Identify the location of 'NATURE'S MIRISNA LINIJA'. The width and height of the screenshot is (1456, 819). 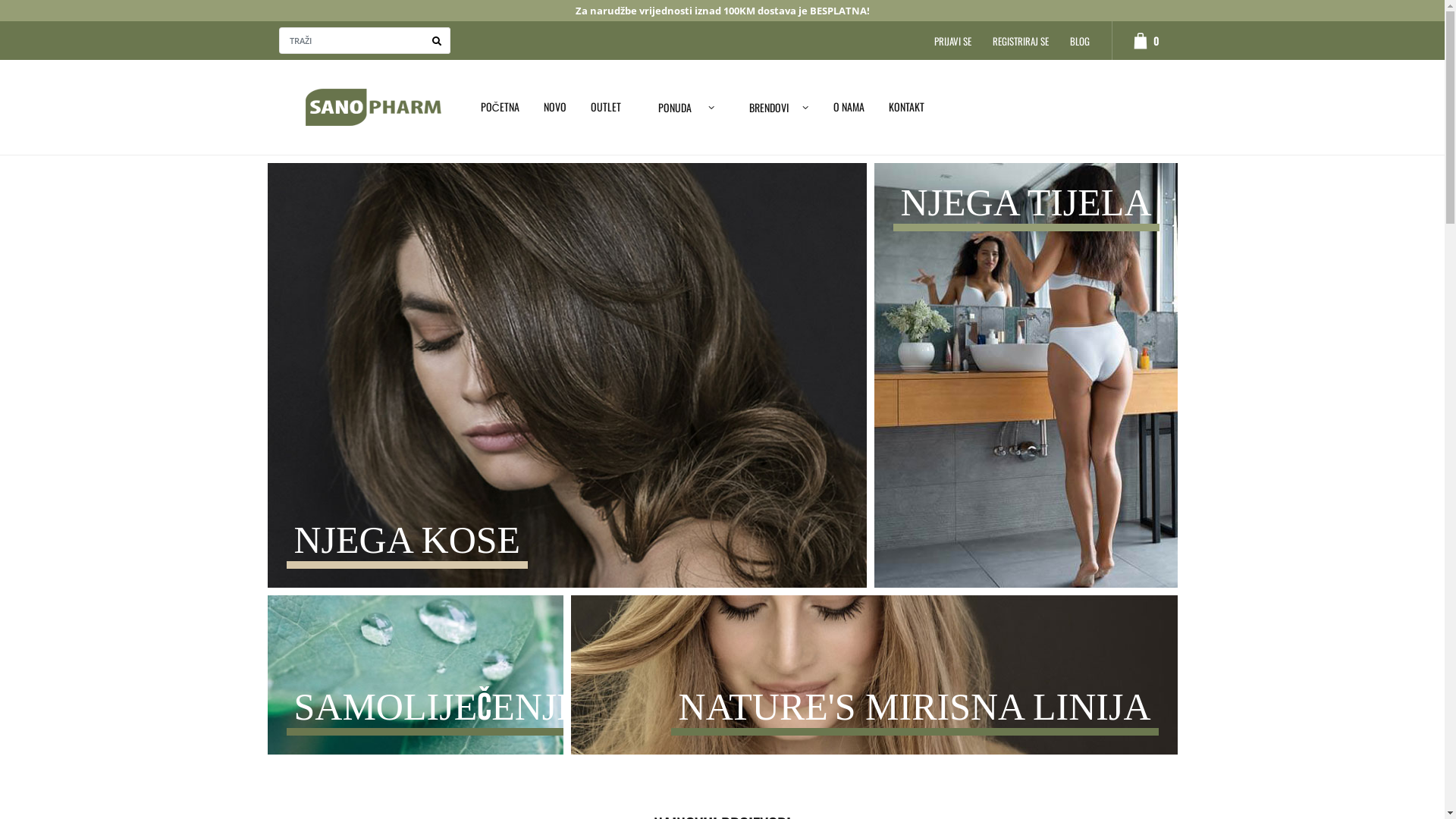
(570, 686).